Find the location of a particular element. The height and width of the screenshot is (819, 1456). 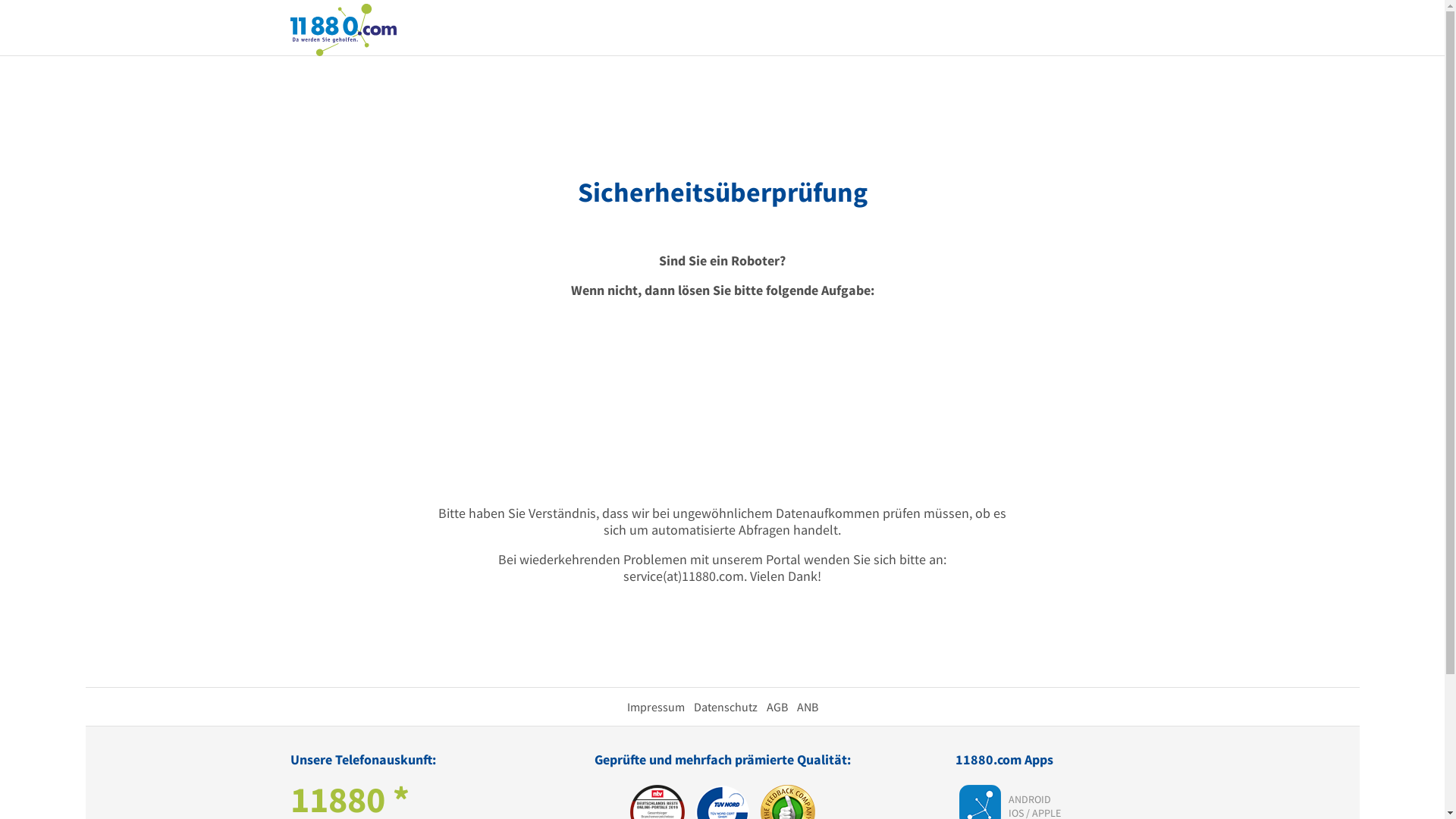

'Datenschutz' is located at coordinates (692, 707).